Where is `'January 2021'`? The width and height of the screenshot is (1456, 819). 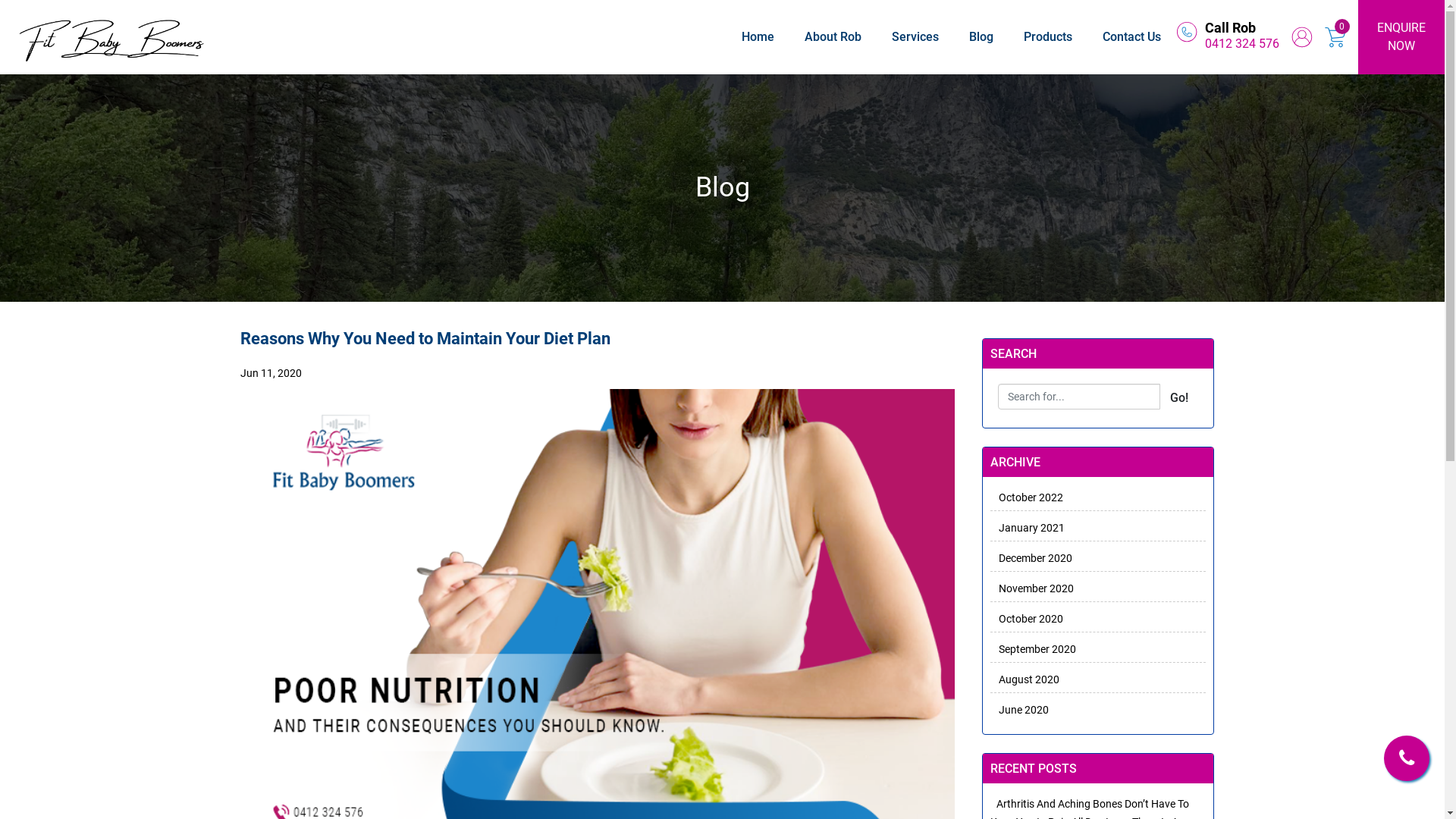 'January 2021' is located at coordinates (1027, 526).